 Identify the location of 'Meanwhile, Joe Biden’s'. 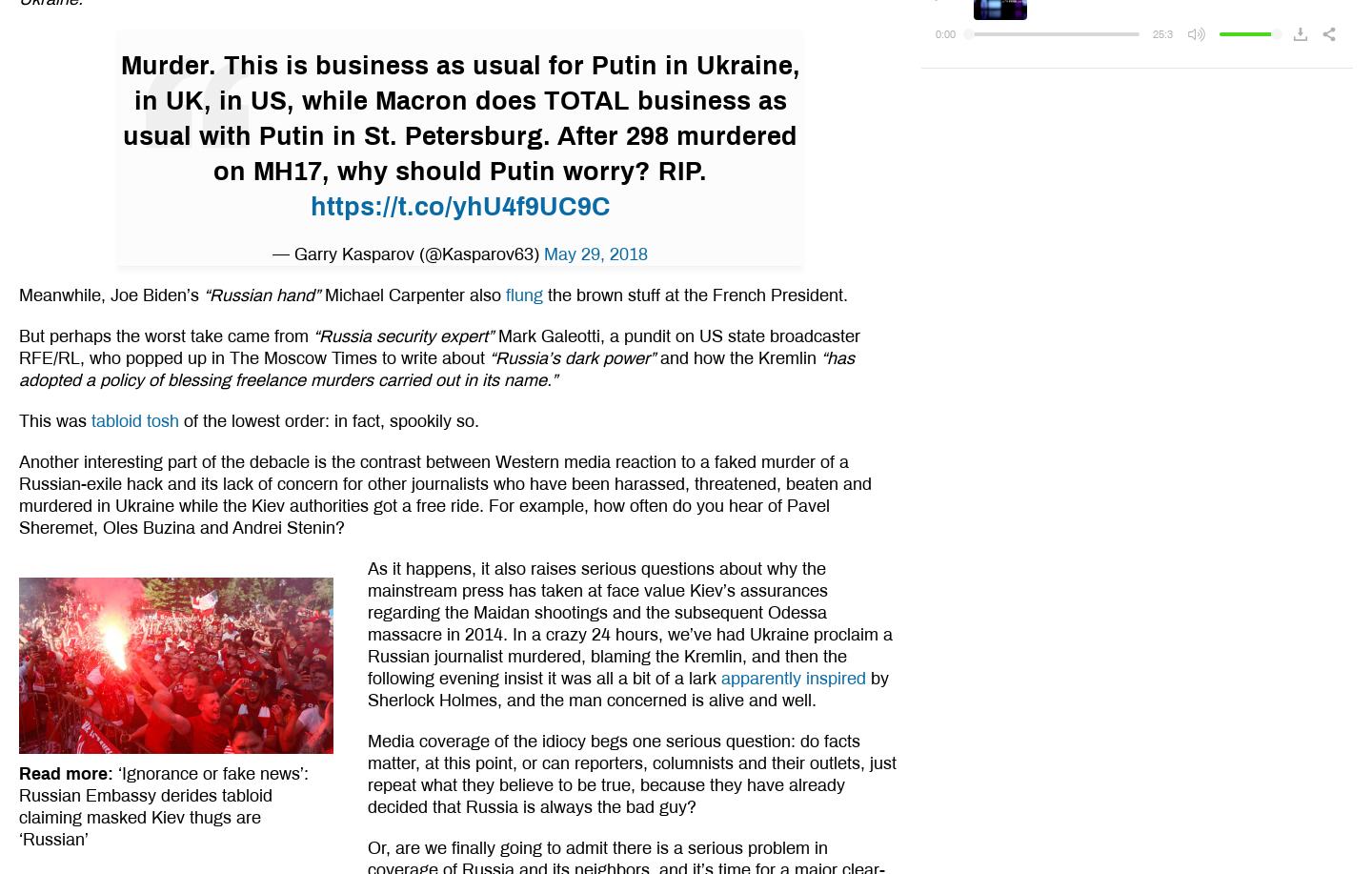
(111, 295).